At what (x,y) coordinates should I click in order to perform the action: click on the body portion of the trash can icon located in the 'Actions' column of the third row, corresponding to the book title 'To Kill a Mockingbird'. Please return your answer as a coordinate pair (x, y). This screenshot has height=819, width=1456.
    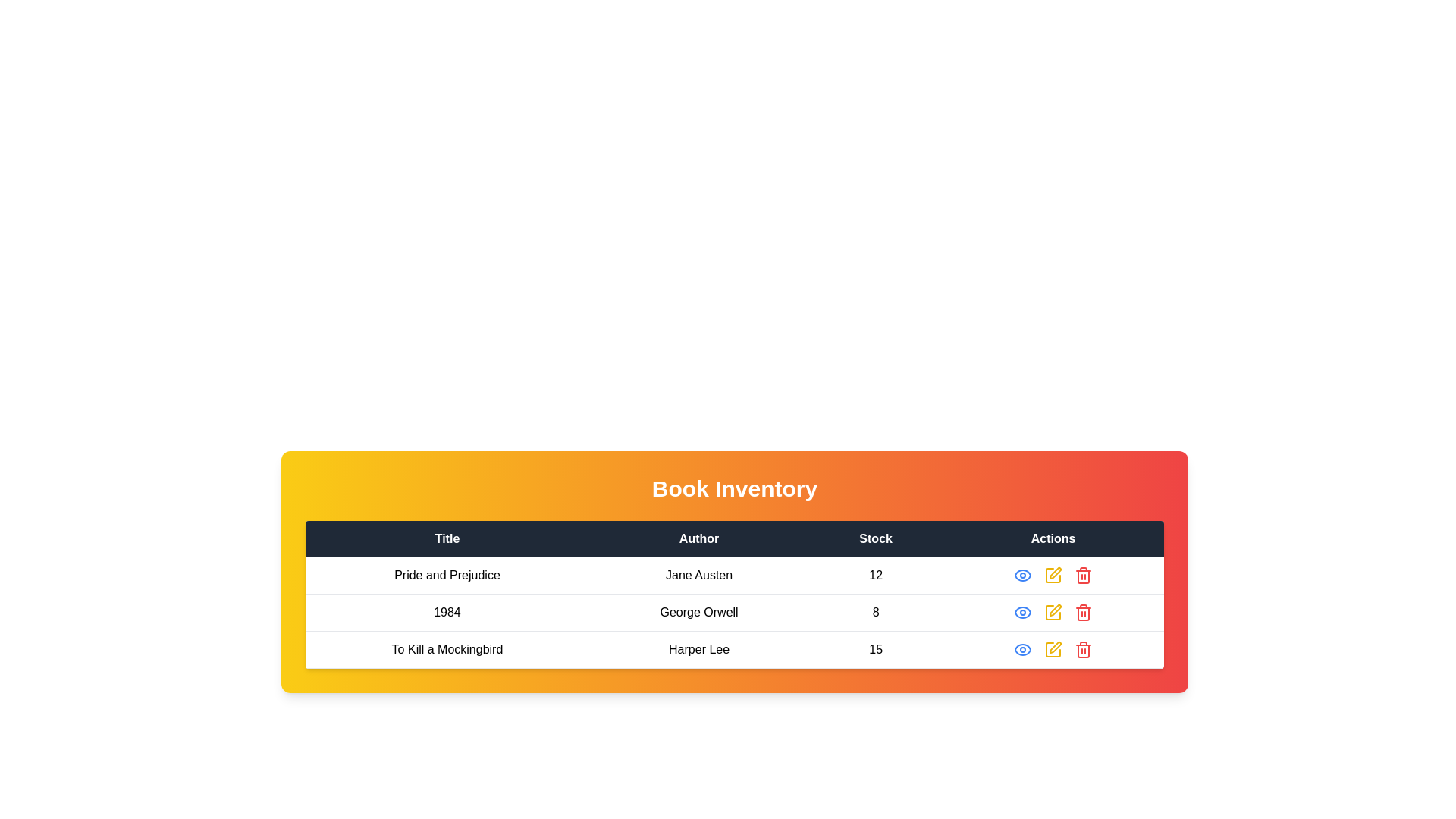
    Looking at the image, I should click on (1083, 651).